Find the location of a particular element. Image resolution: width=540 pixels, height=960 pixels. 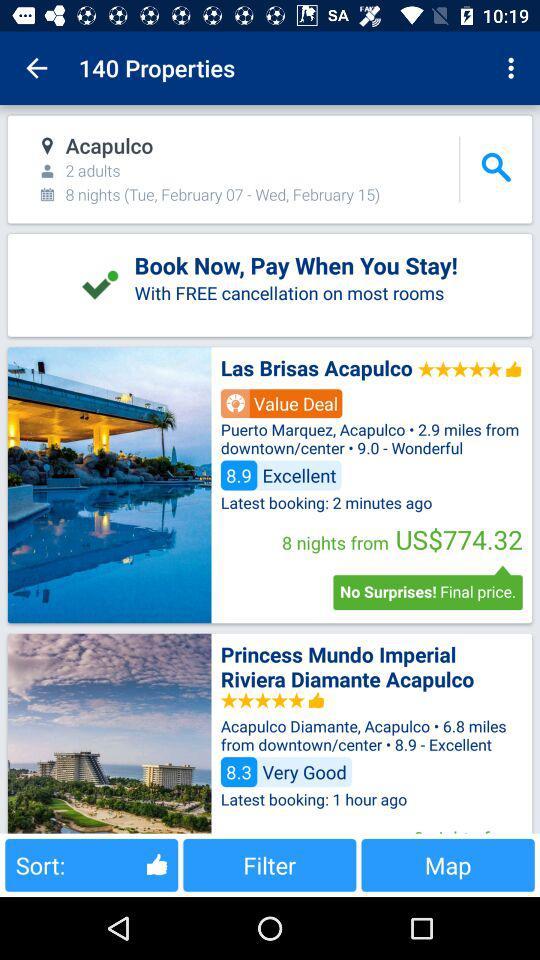

the property picture is located at coordinates (109, 732).